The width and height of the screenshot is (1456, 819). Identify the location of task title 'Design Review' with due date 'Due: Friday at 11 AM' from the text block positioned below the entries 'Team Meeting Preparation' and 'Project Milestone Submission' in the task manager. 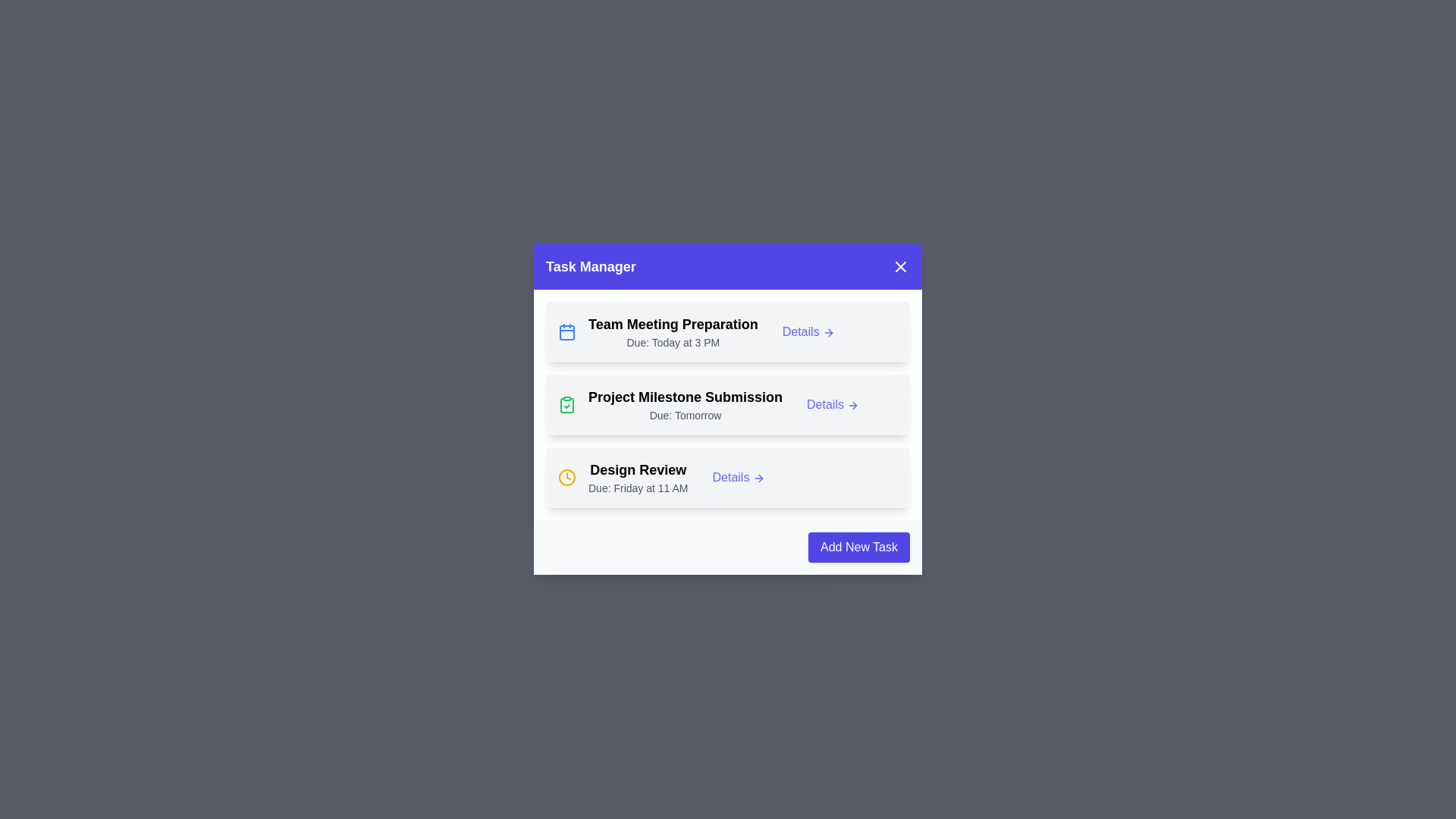
(638, 476).